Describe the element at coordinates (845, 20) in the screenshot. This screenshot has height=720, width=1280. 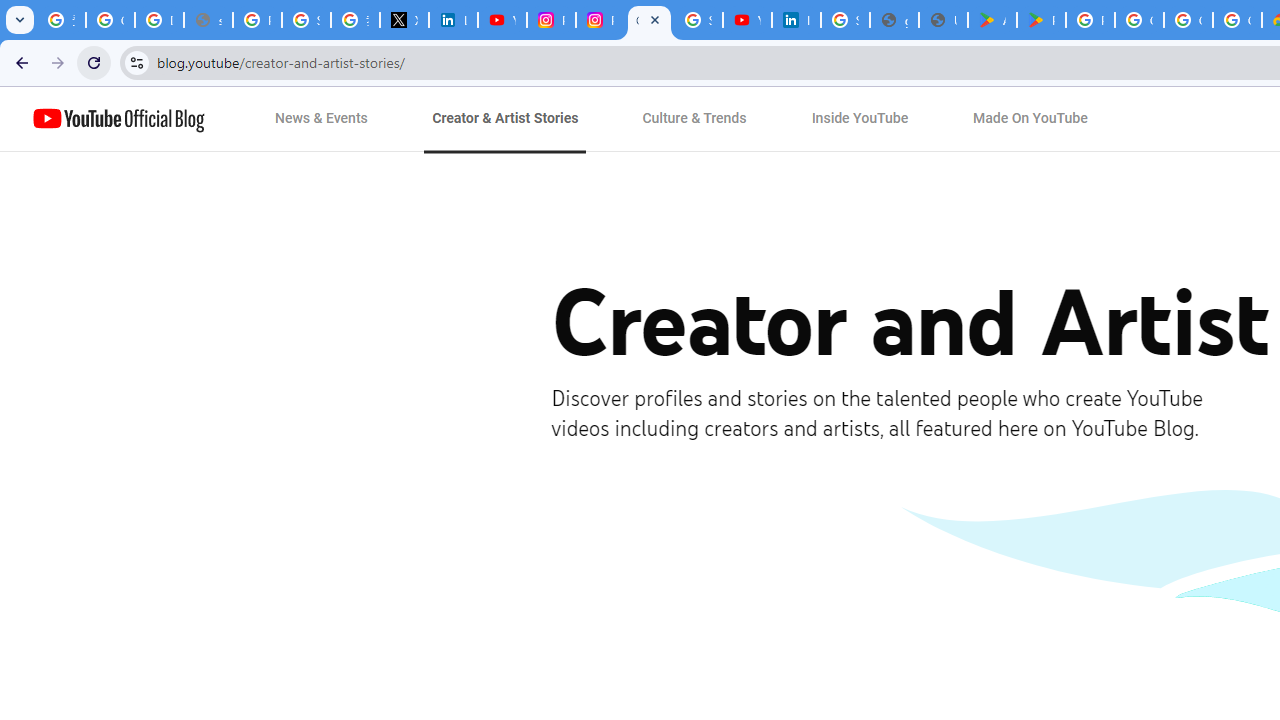
I see `'Sign in - Google Accounts'` at that location.